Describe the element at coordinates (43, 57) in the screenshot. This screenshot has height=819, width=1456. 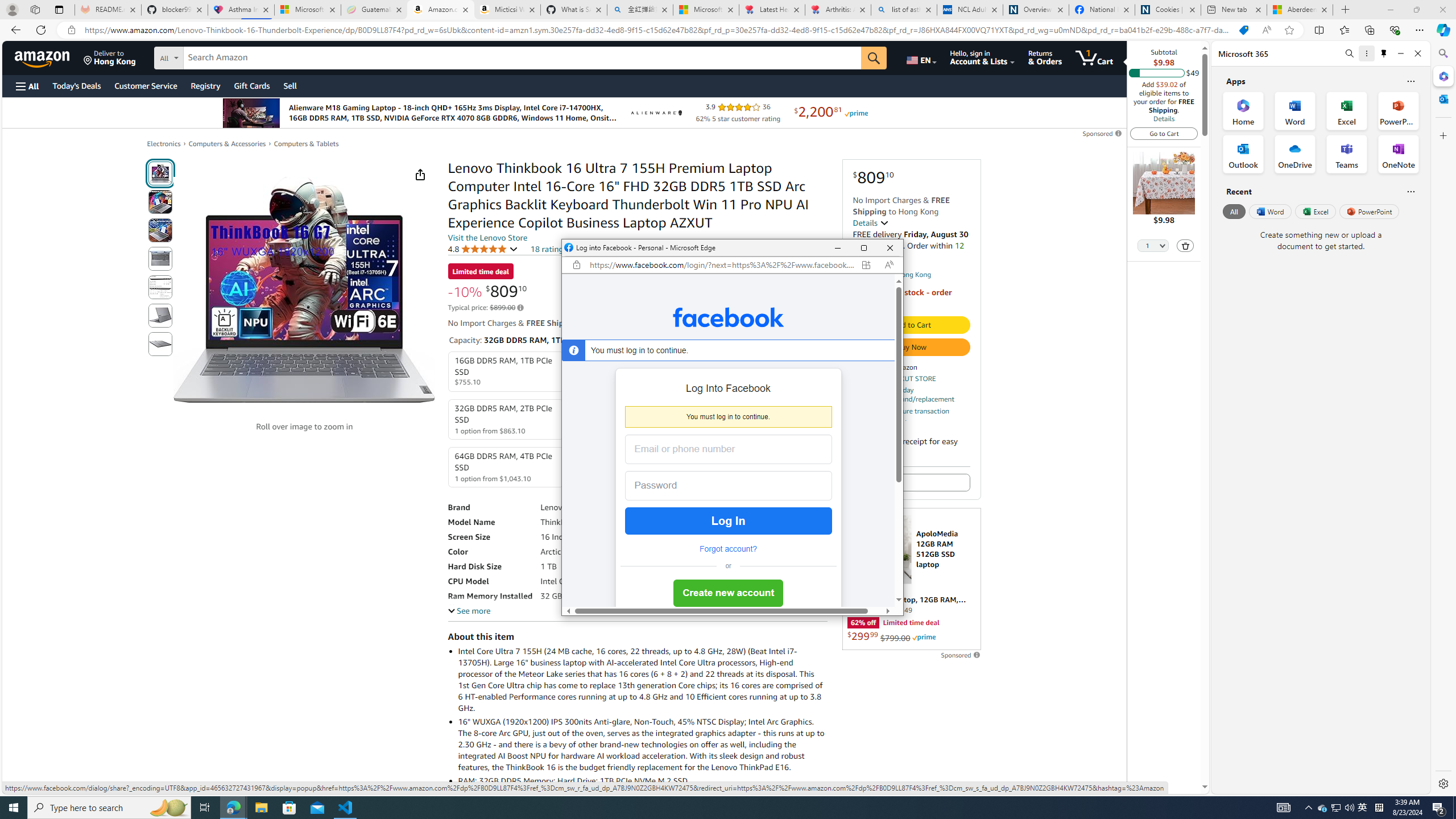
I see `'Amazon'` at that location.